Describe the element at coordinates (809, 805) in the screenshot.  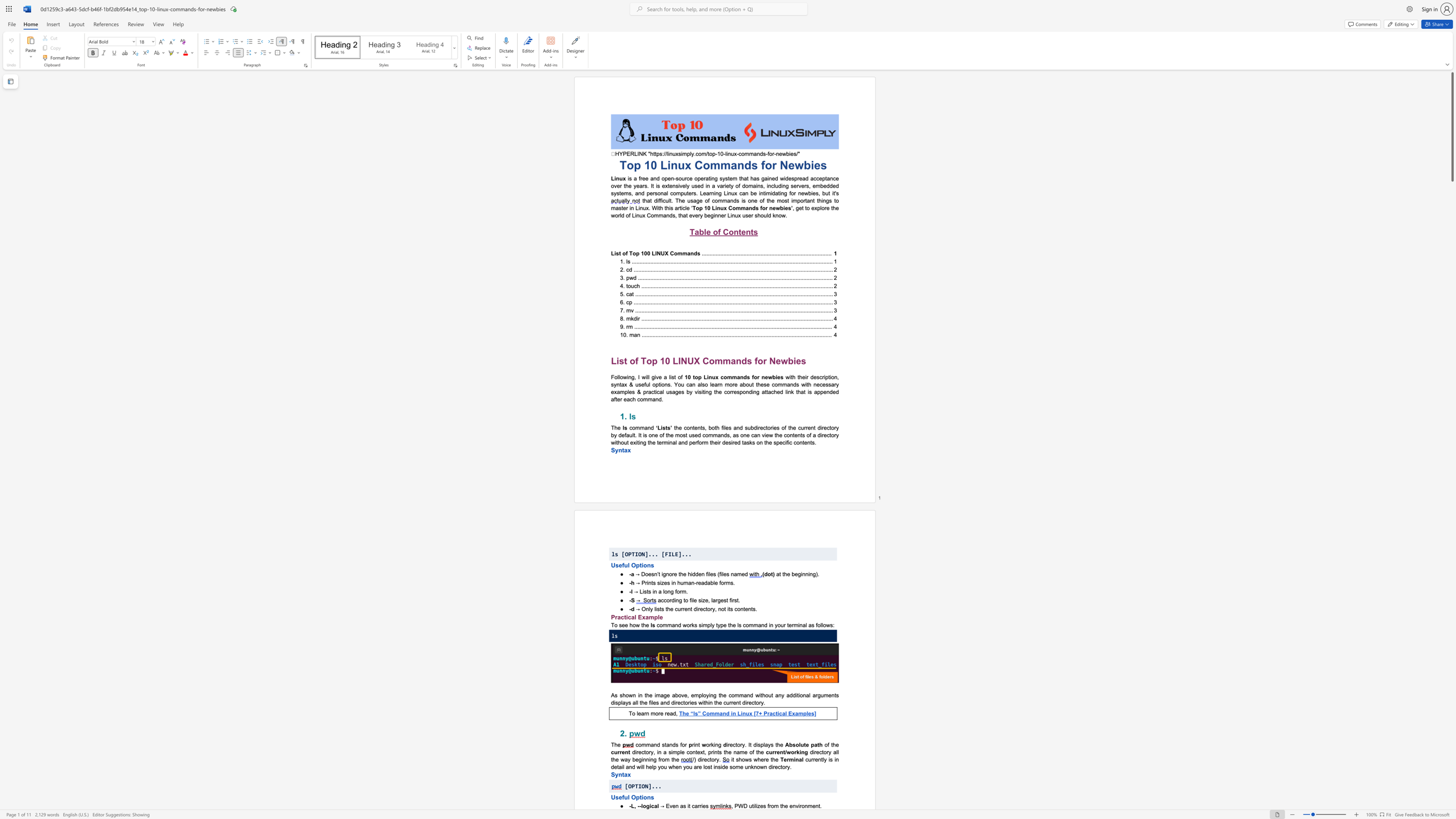
I see `the 2th character "m" in the text` at that location.